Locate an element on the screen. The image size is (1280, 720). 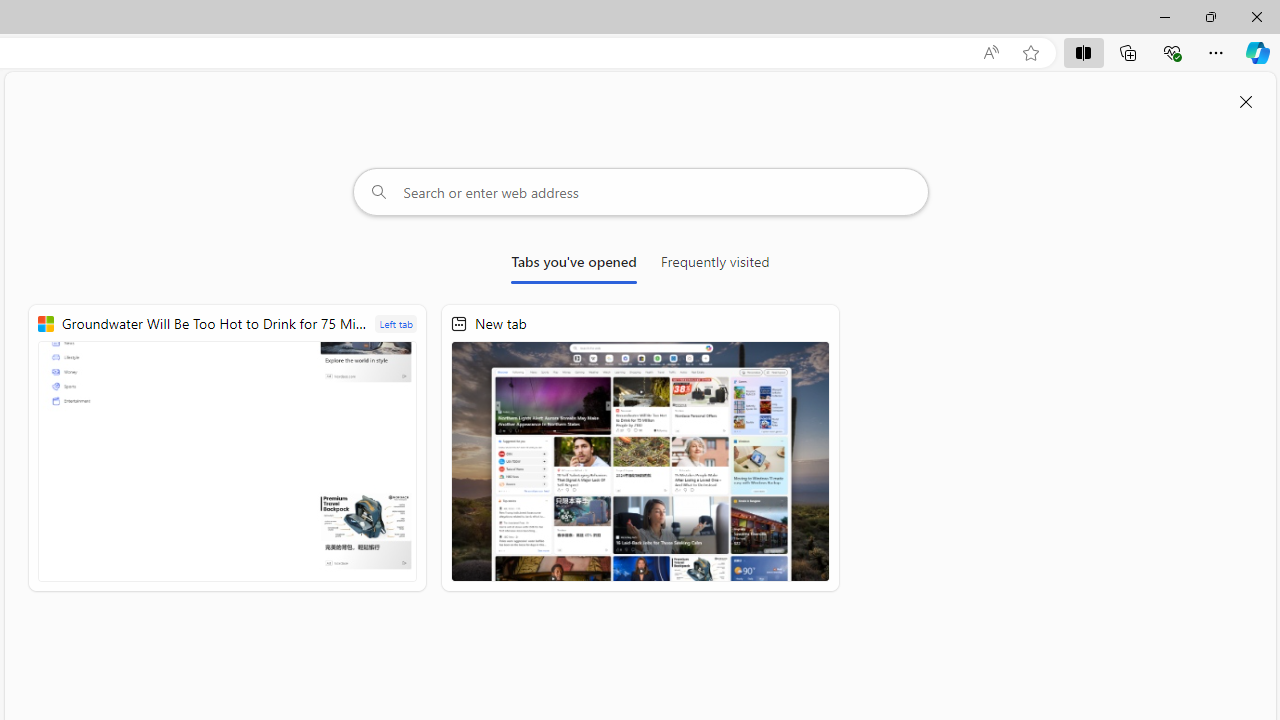
'Close split screen' is located at coordinates (1245, 102).